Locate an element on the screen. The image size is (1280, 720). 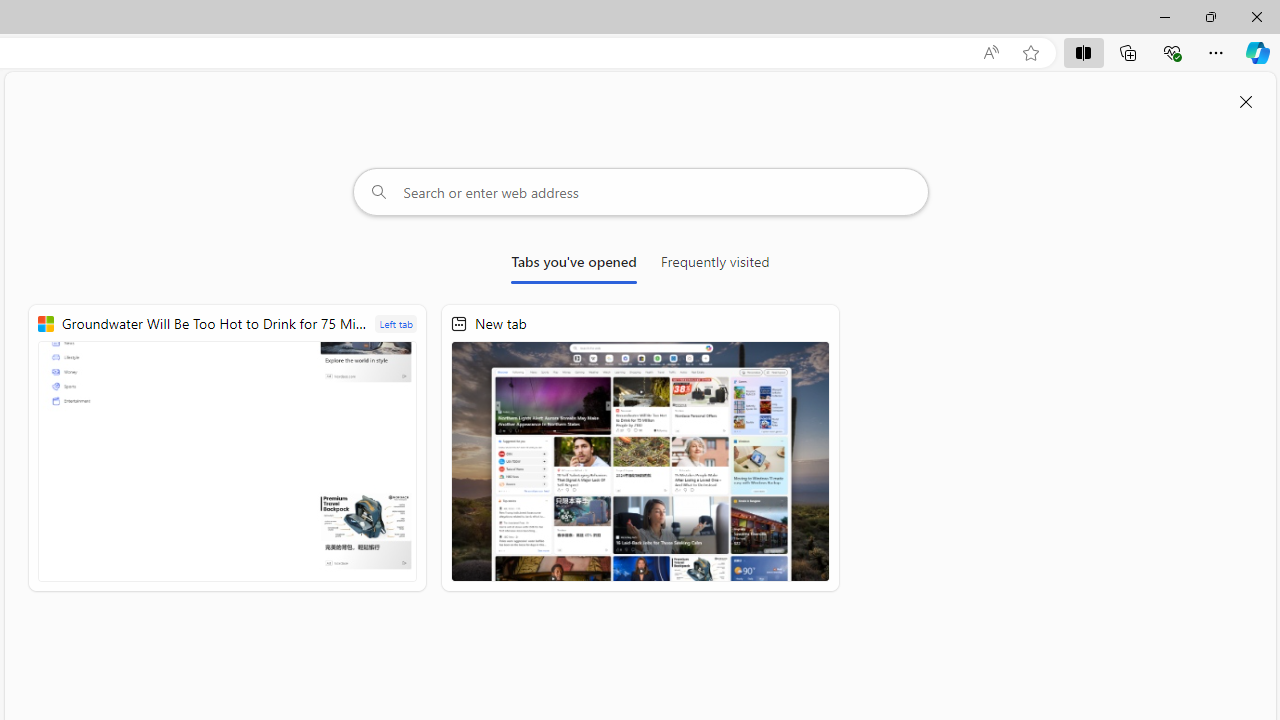
'Close split screen' is located at coordinates (1245, 102).